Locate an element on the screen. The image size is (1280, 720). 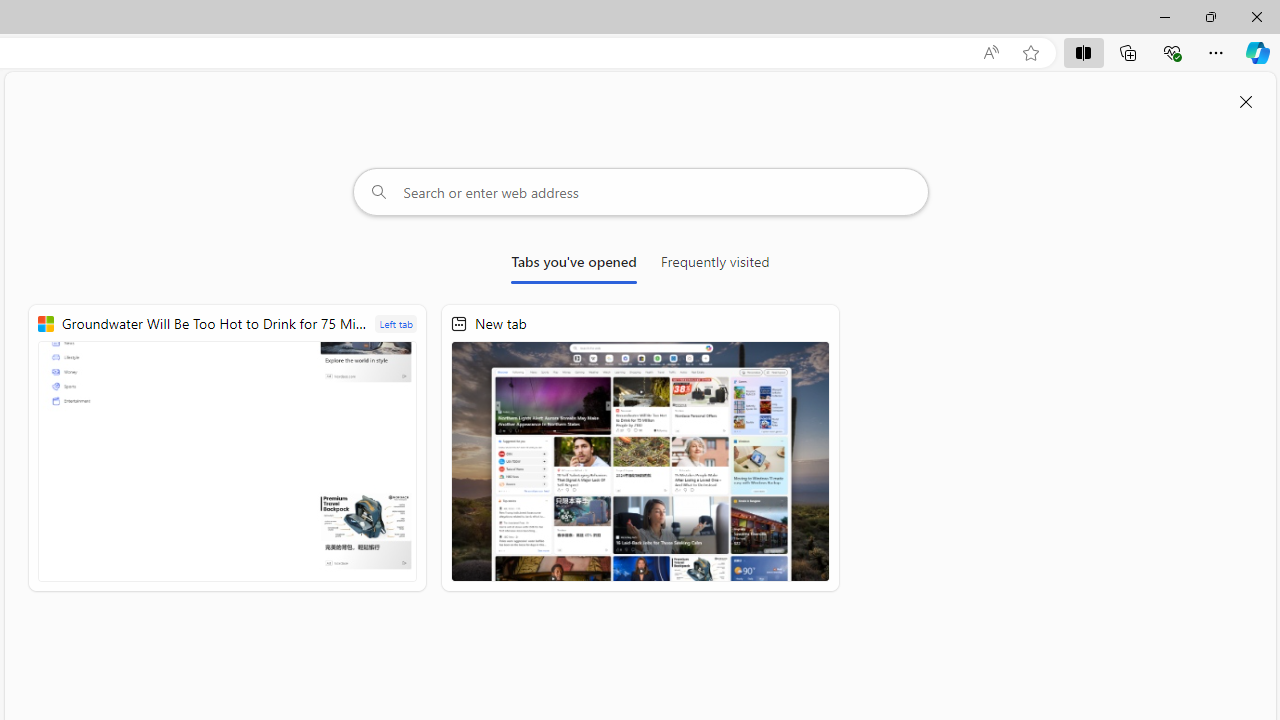
'Close split screen' is located at coordinates (1245, 102).